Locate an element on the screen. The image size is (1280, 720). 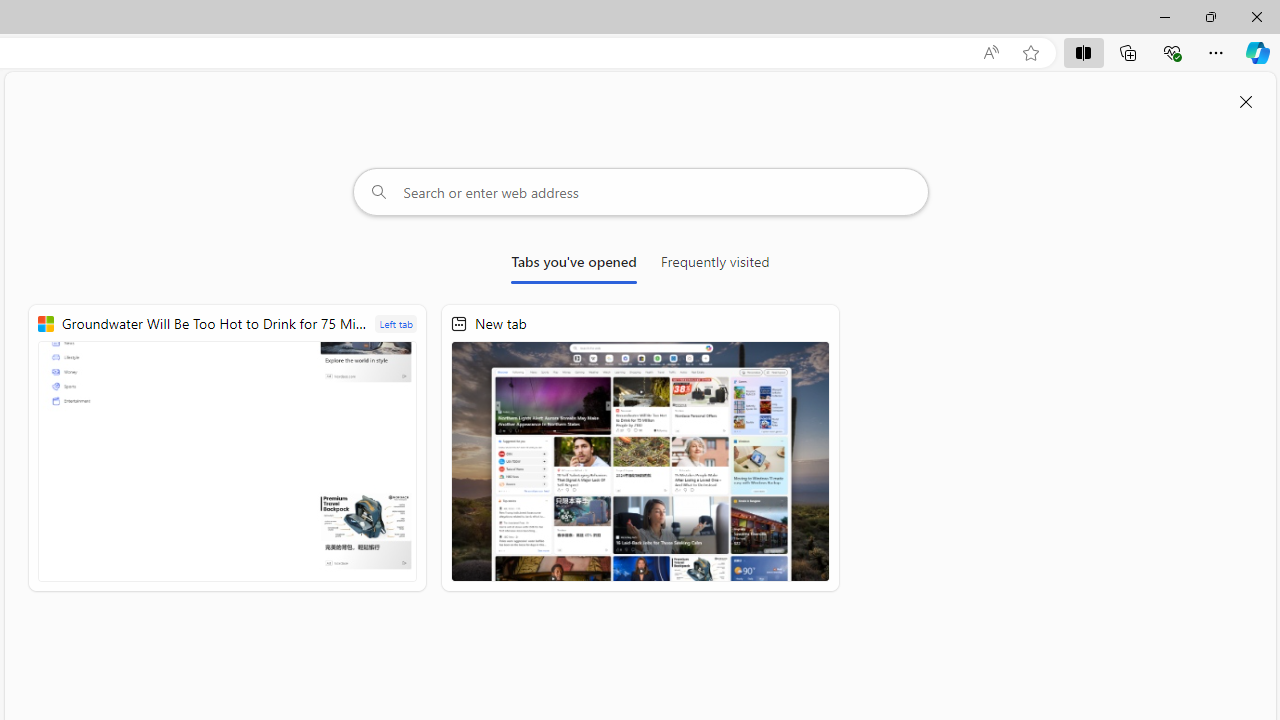
'Close split screen' is located at coordinates (1245, 102).